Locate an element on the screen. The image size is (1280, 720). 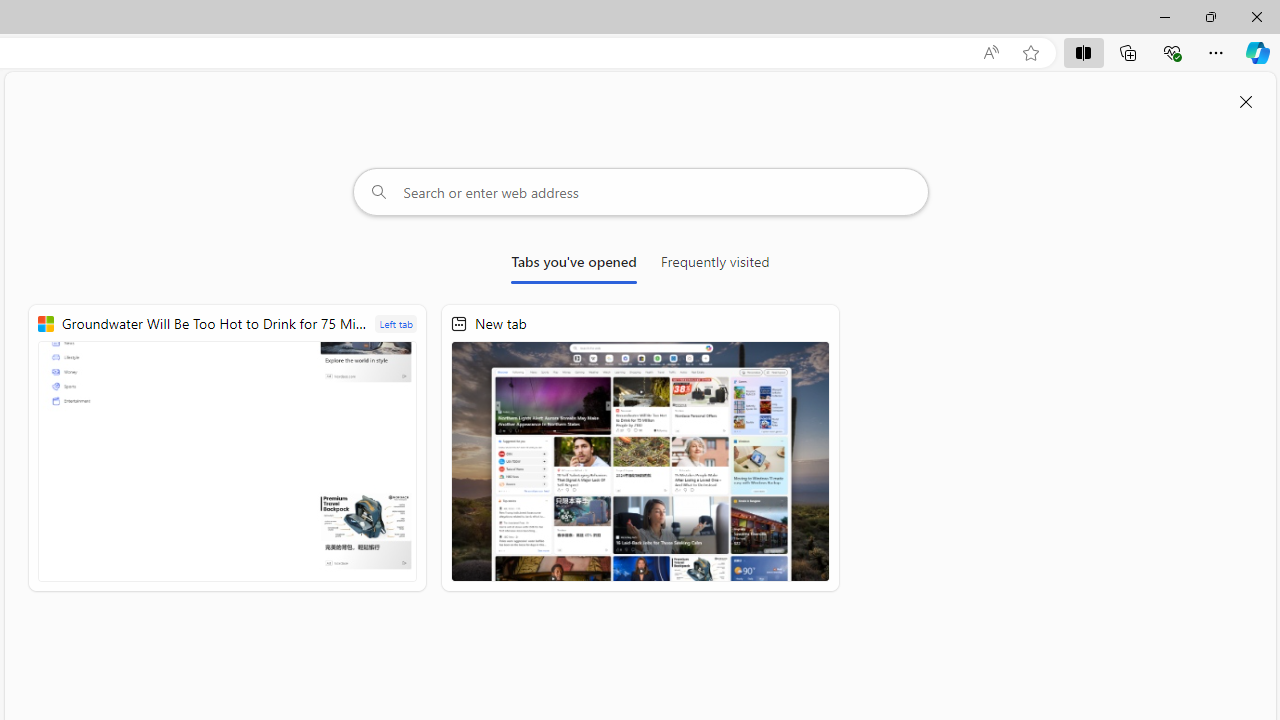
'Close split screen' is located at coordinates (1245, 102).